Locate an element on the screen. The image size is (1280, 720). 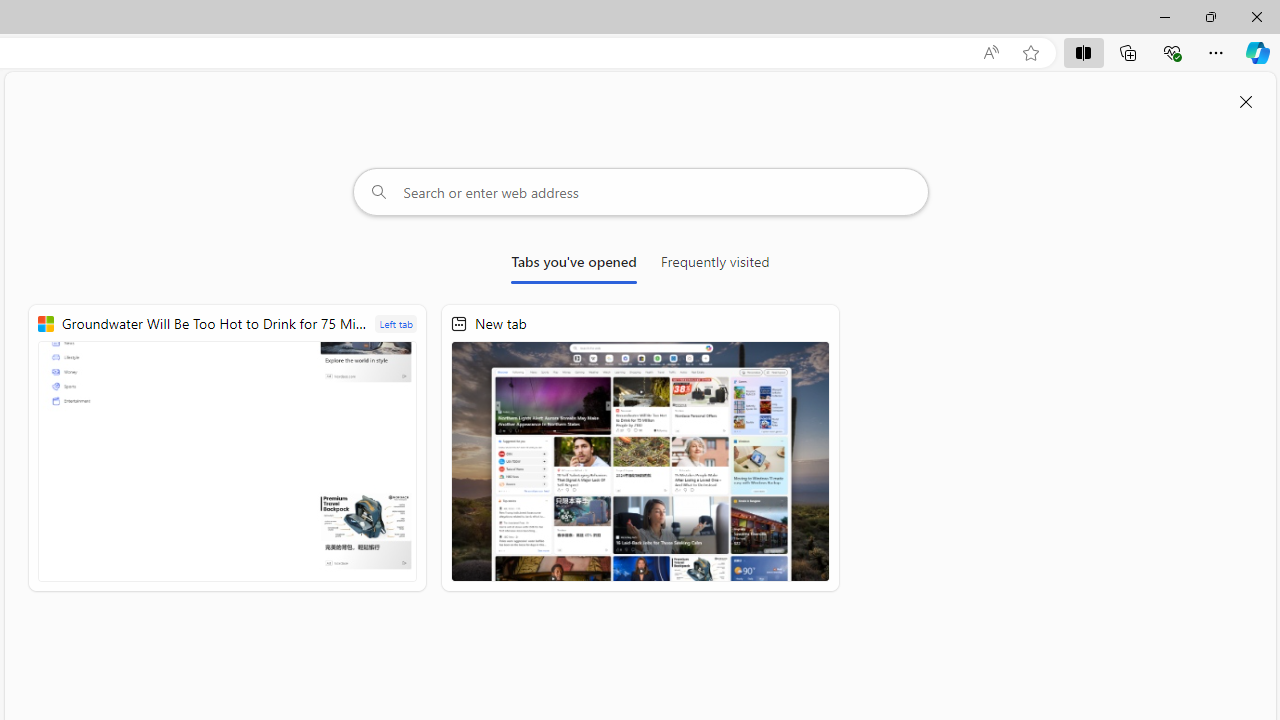
'Close split screen' is located at coordinates (1245, 102).